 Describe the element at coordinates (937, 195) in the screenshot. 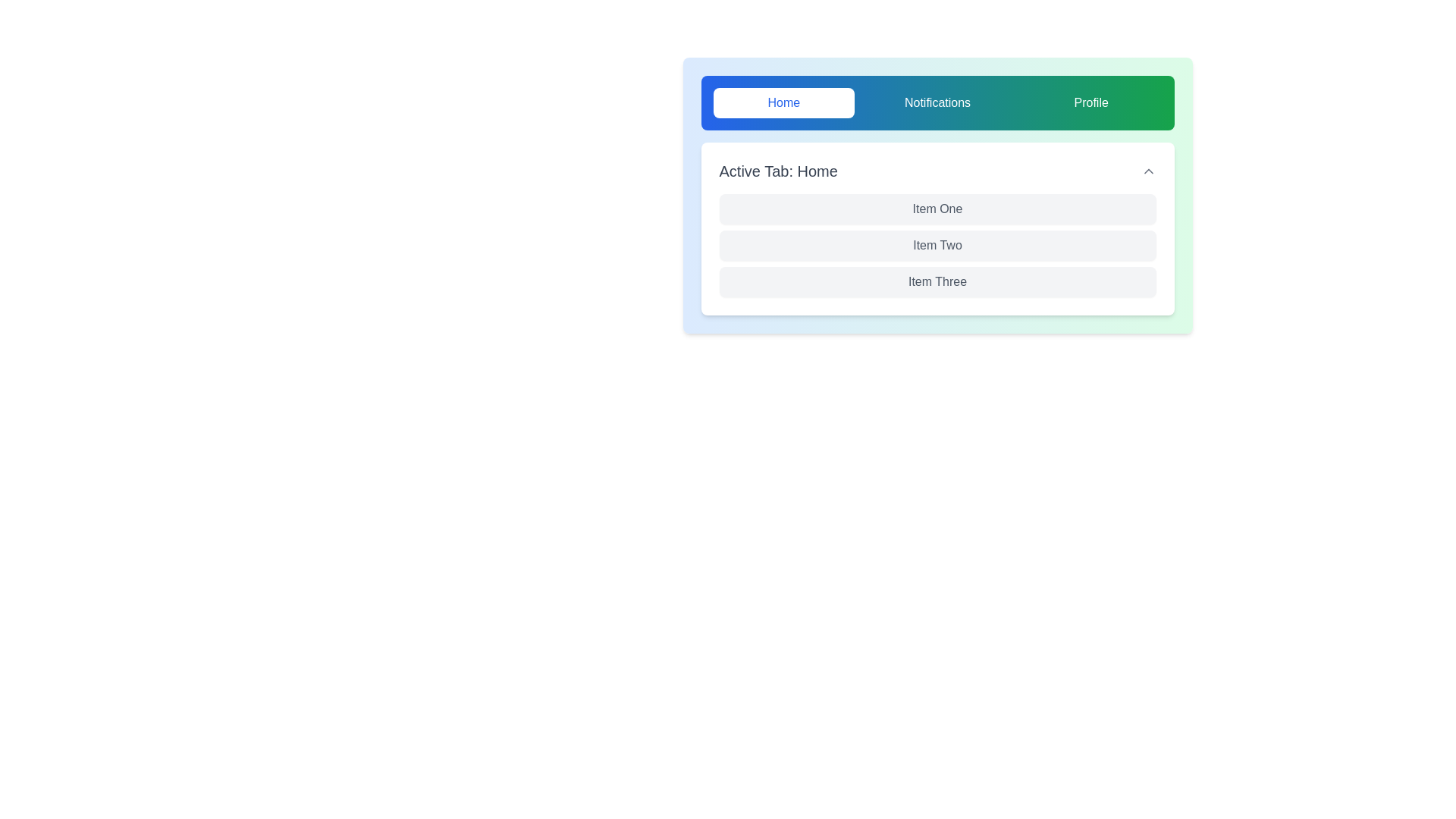

I see `to select or activate the interactive items in the list located beneath the 'Active Tab: Home' label` at that location.